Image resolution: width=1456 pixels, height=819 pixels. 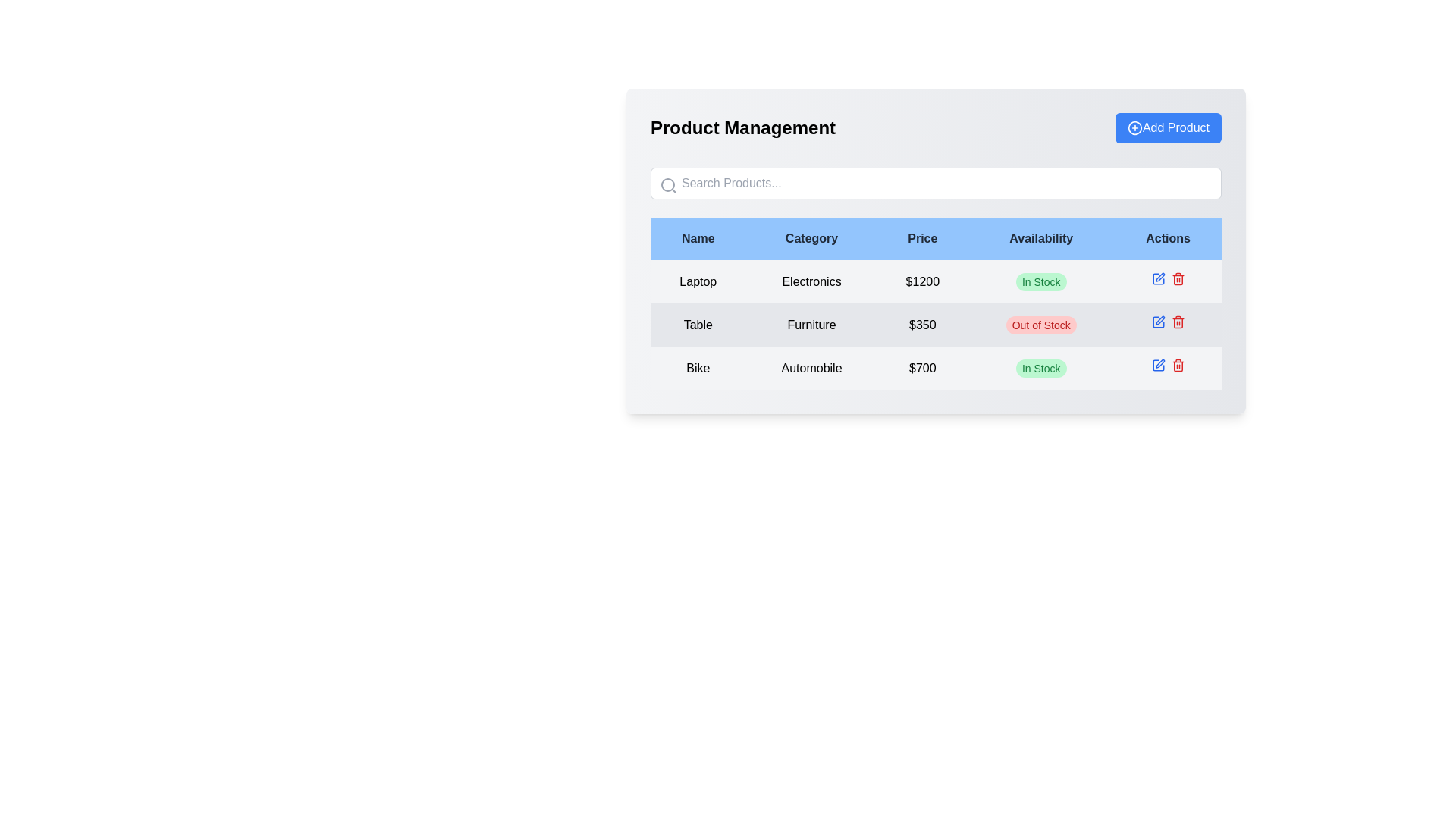 I want to click on text content of the 'Bike' label, which is a text label in the third row of a product management table under the 'Name' column, so click(x=697, y=368).